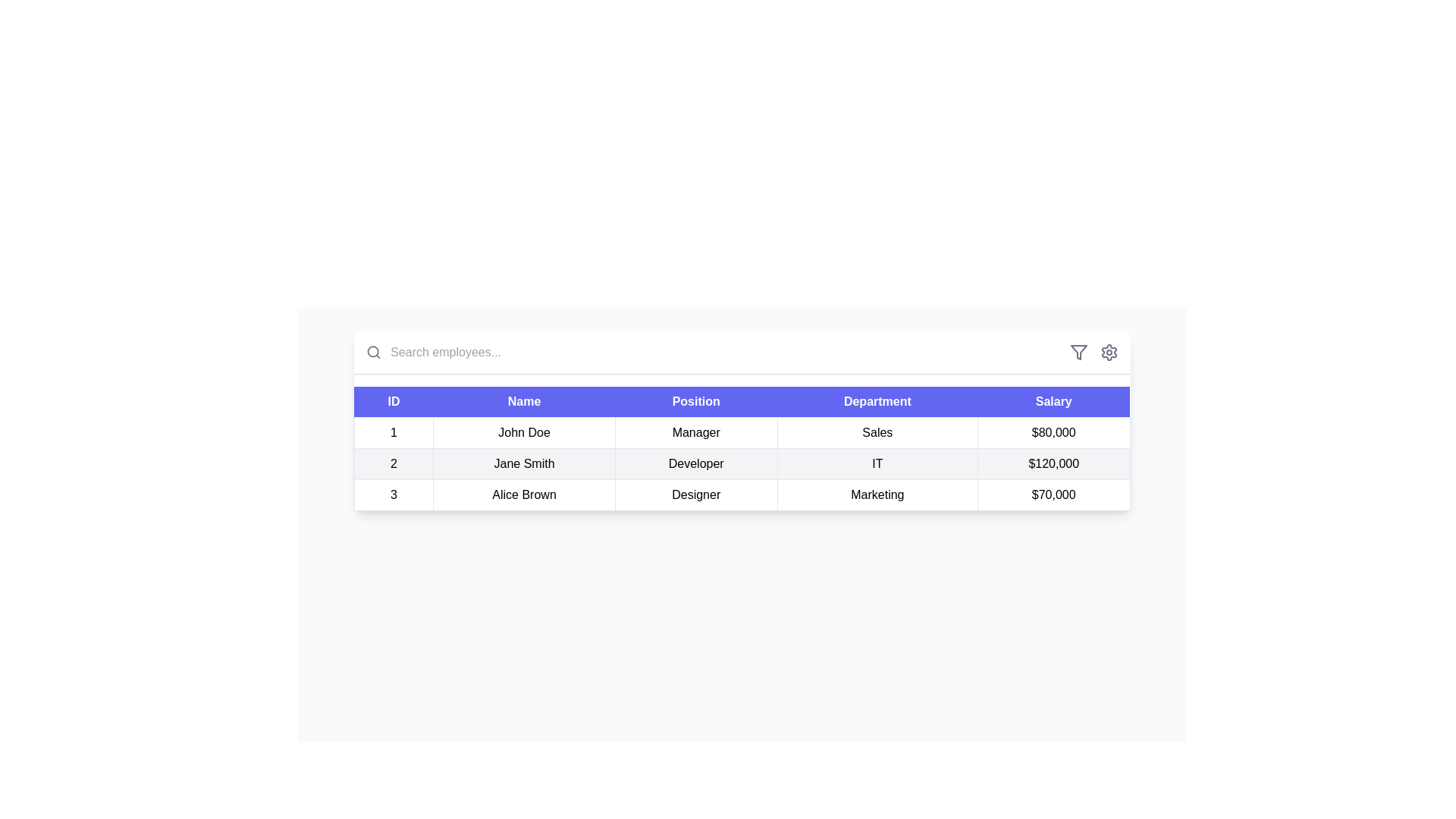 Image resolution: width=1456 pixels, height=819 pixels. I want to click on the static text label displaying 'Developer' in the table for the employee 'Jane Smith', so click(695, 463).